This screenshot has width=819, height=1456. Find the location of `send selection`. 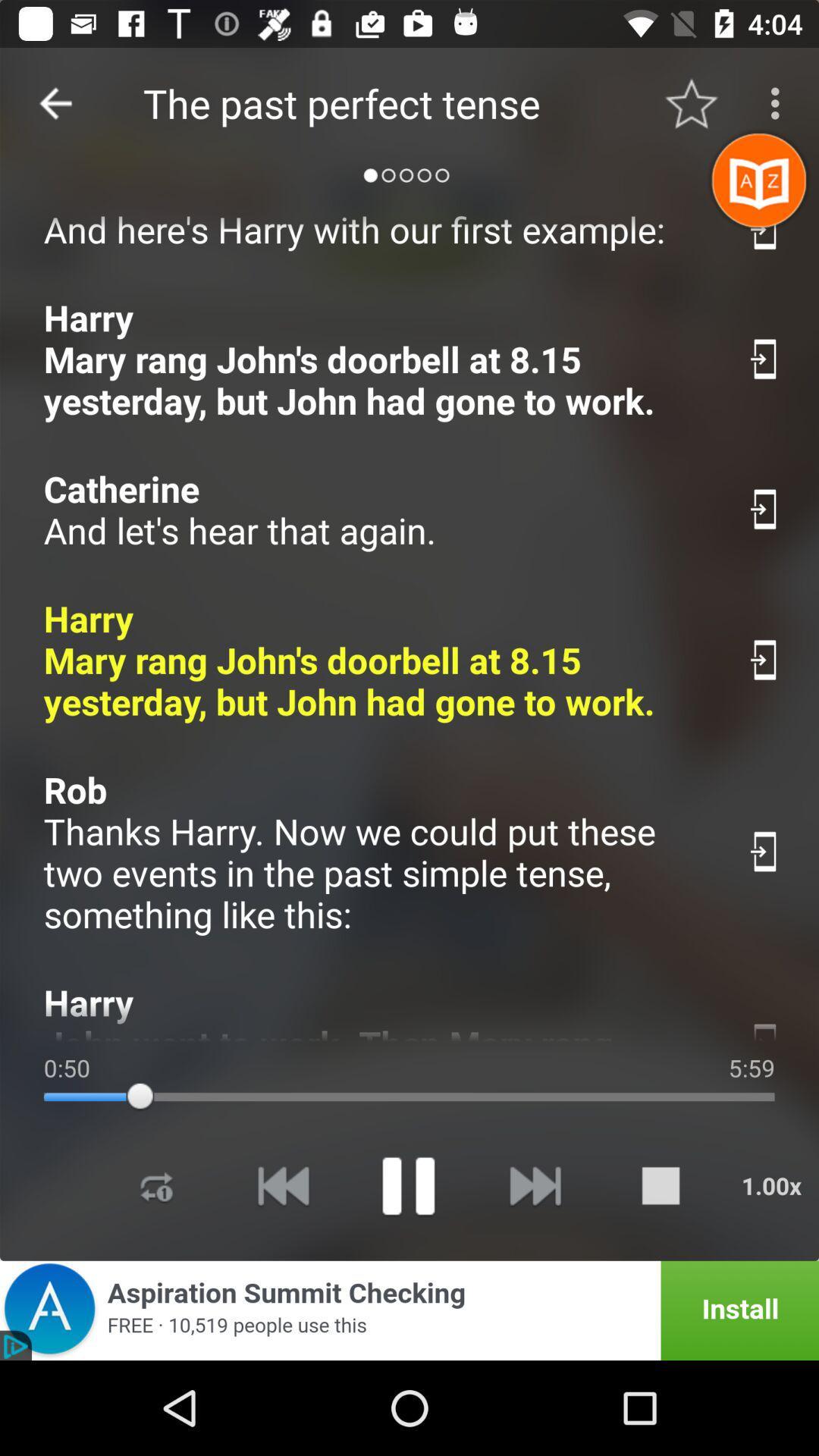

send selection is located at coordinates (765, 1028).